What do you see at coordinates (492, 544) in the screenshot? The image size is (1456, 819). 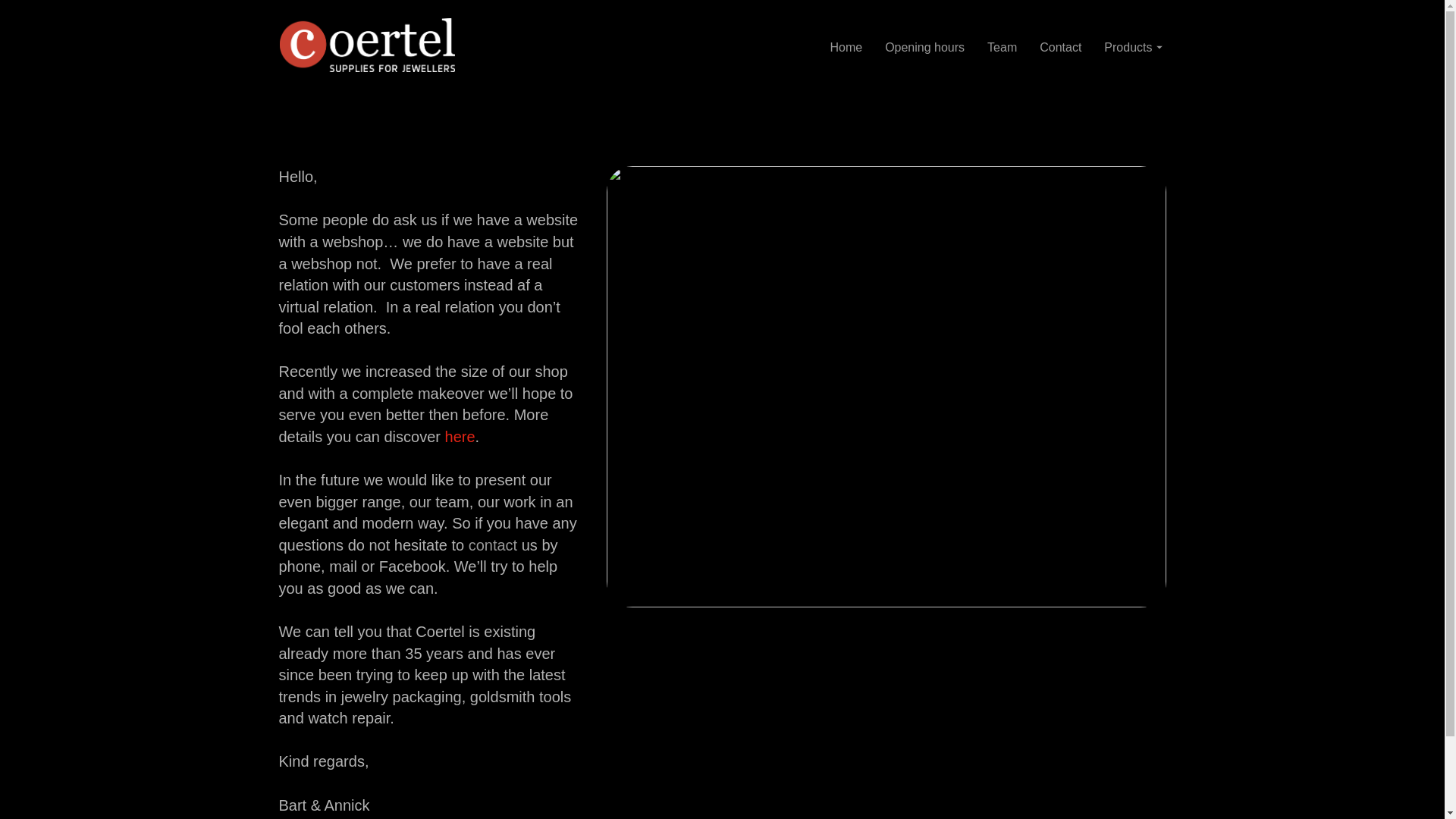 I see `'contact'` at bounding box center [492, 544].